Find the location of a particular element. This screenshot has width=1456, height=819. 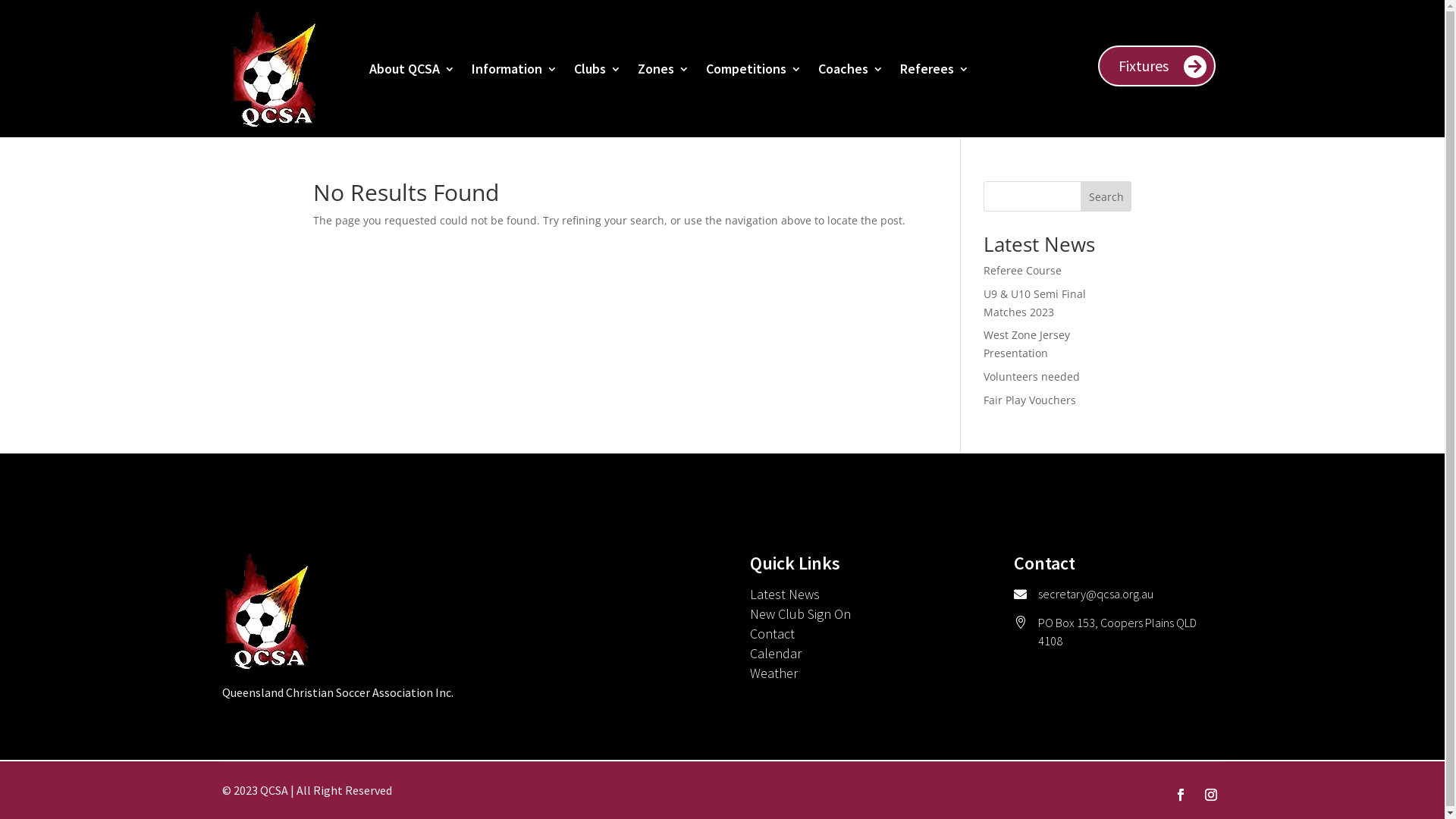

'Volunteers needed' is located at coordinates (1031, 375).